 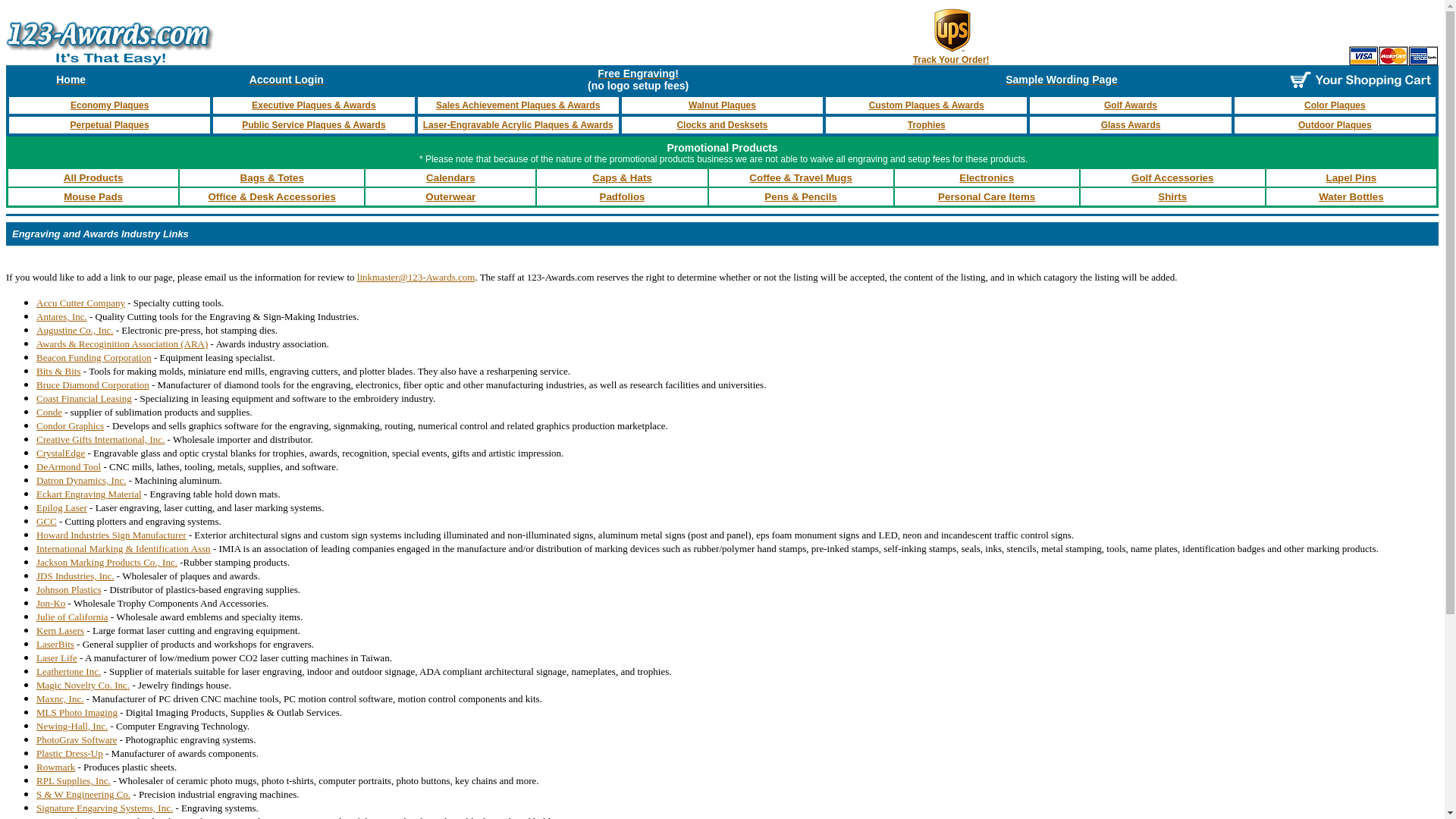 I want to click on 'Beacon Funding Corporation', so click(x=93, y=356).